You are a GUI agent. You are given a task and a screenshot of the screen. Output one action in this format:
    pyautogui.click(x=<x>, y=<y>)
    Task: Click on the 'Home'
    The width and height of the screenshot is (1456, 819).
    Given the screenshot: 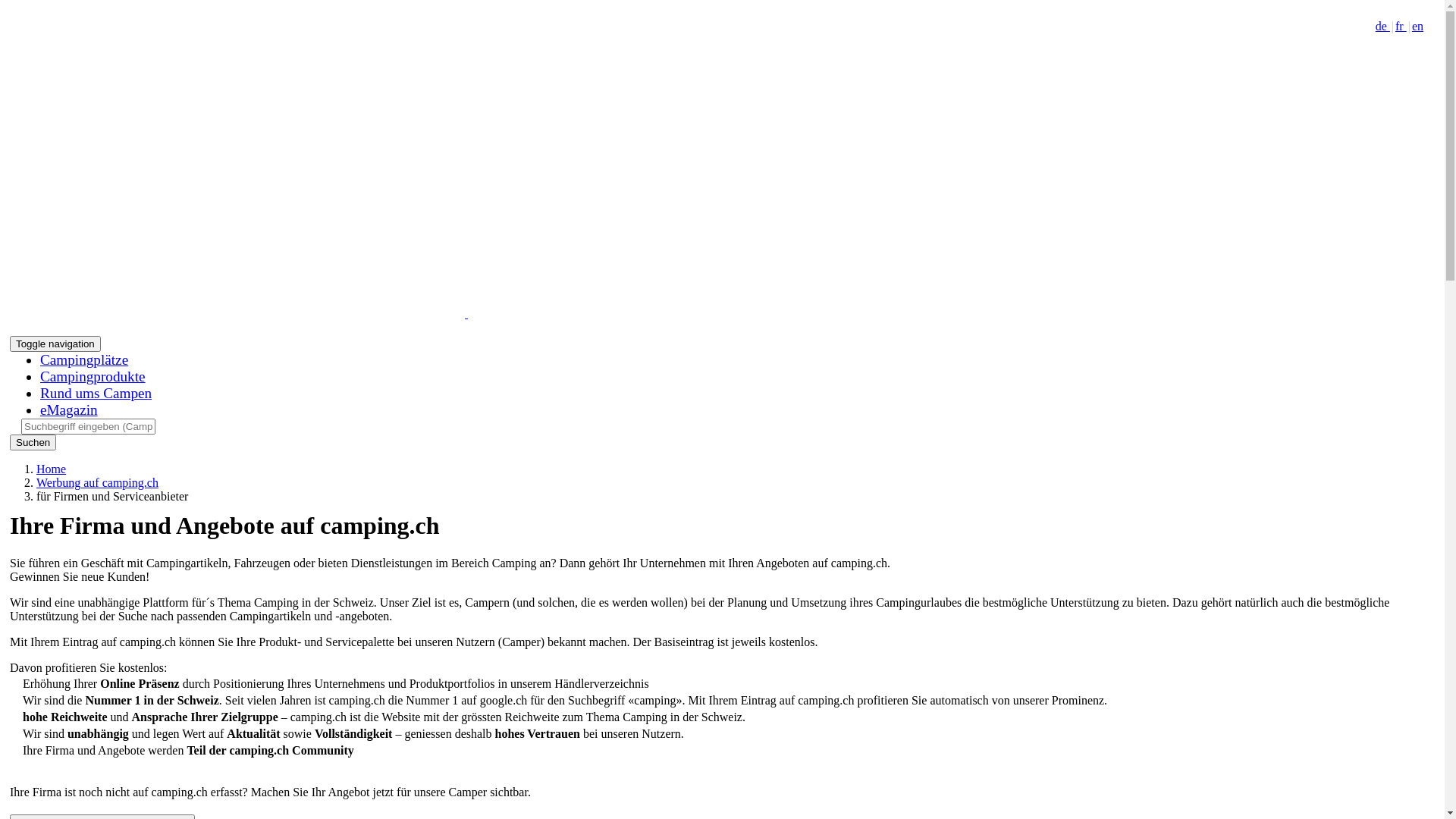 What is the action you would take?
    pyautogui.click(x=51, y=468)
    